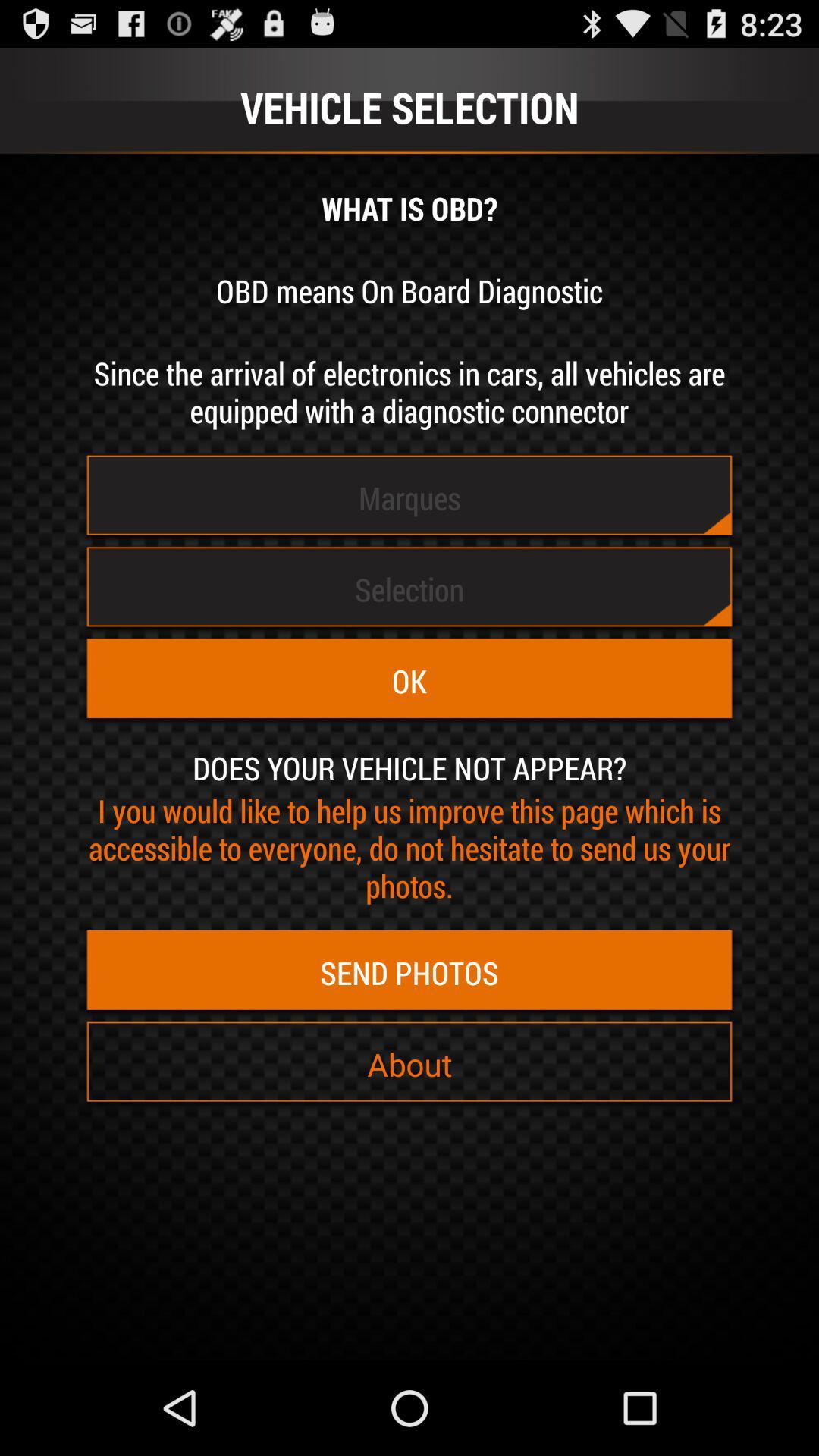 The height and width of the screenshot is (1456, 819). I want to click on the ok icon, so click(409, 680).